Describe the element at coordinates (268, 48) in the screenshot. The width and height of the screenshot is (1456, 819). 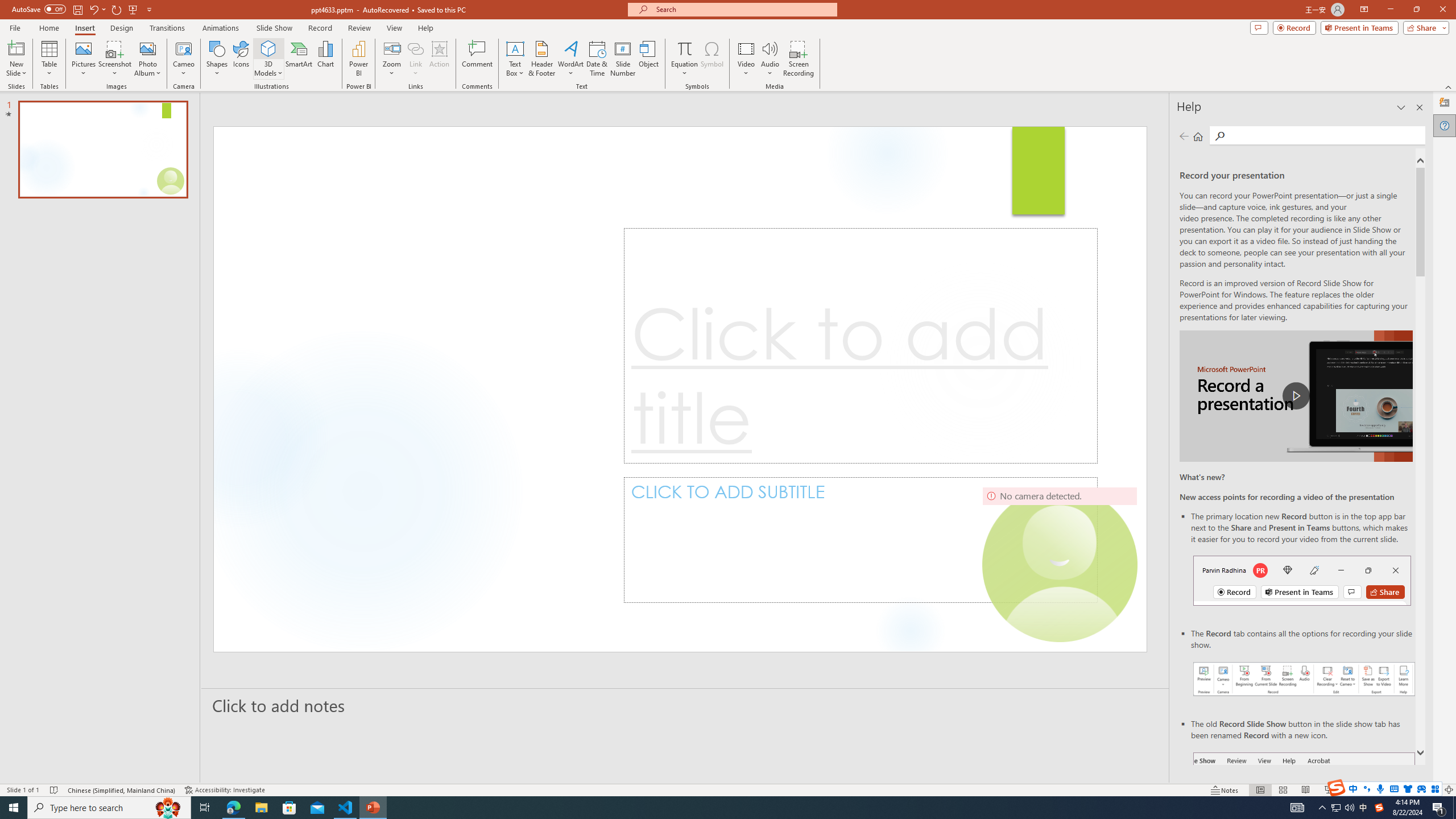
I see `'3D Models'` at that location.